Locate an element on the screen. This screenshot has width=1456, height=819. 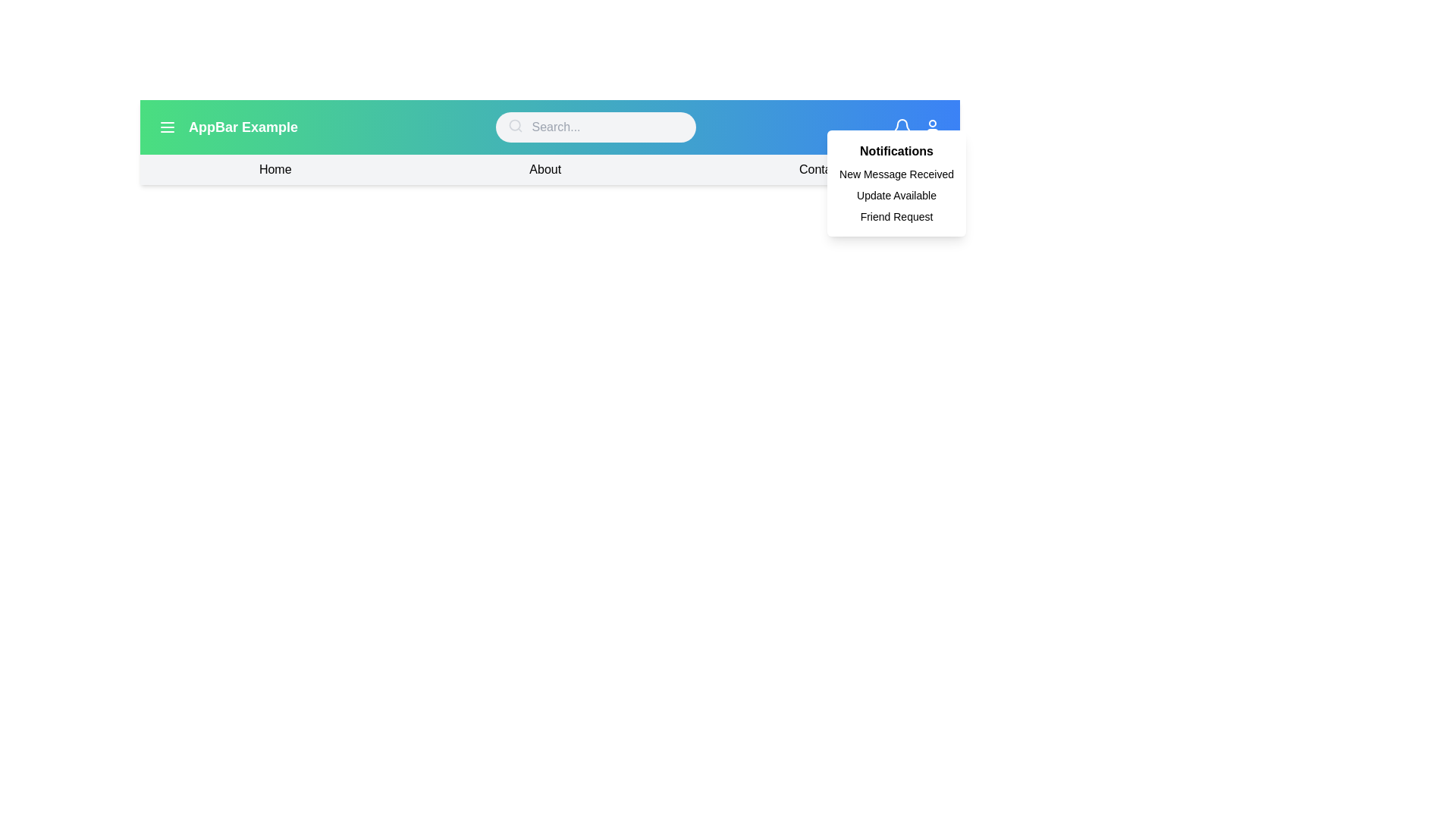
the menu icon to toggle the menu visibility is located at coordinates (167, 127).